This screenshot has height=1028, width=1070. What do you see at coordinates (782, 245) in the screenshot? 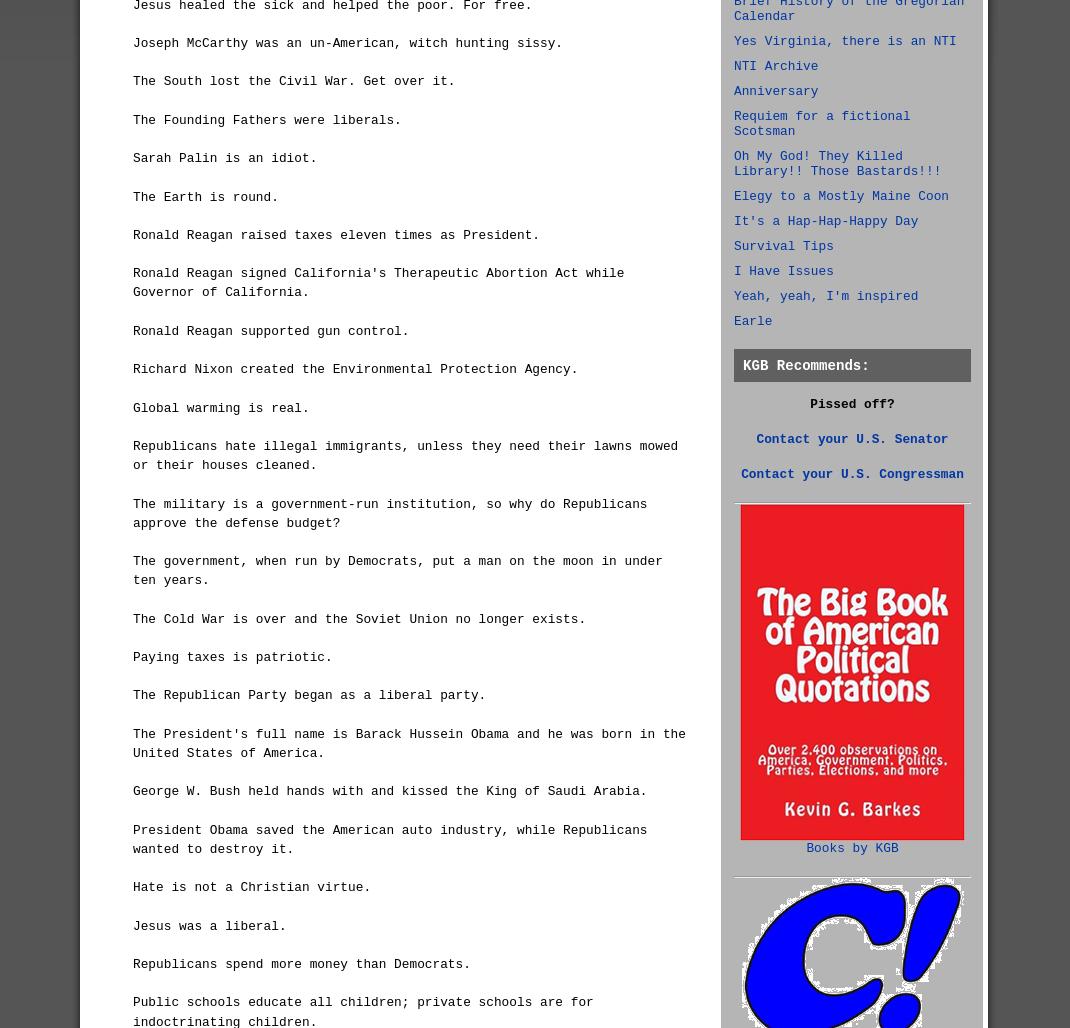
I see `'Survival Tips'` at bounding box center [782, 245].